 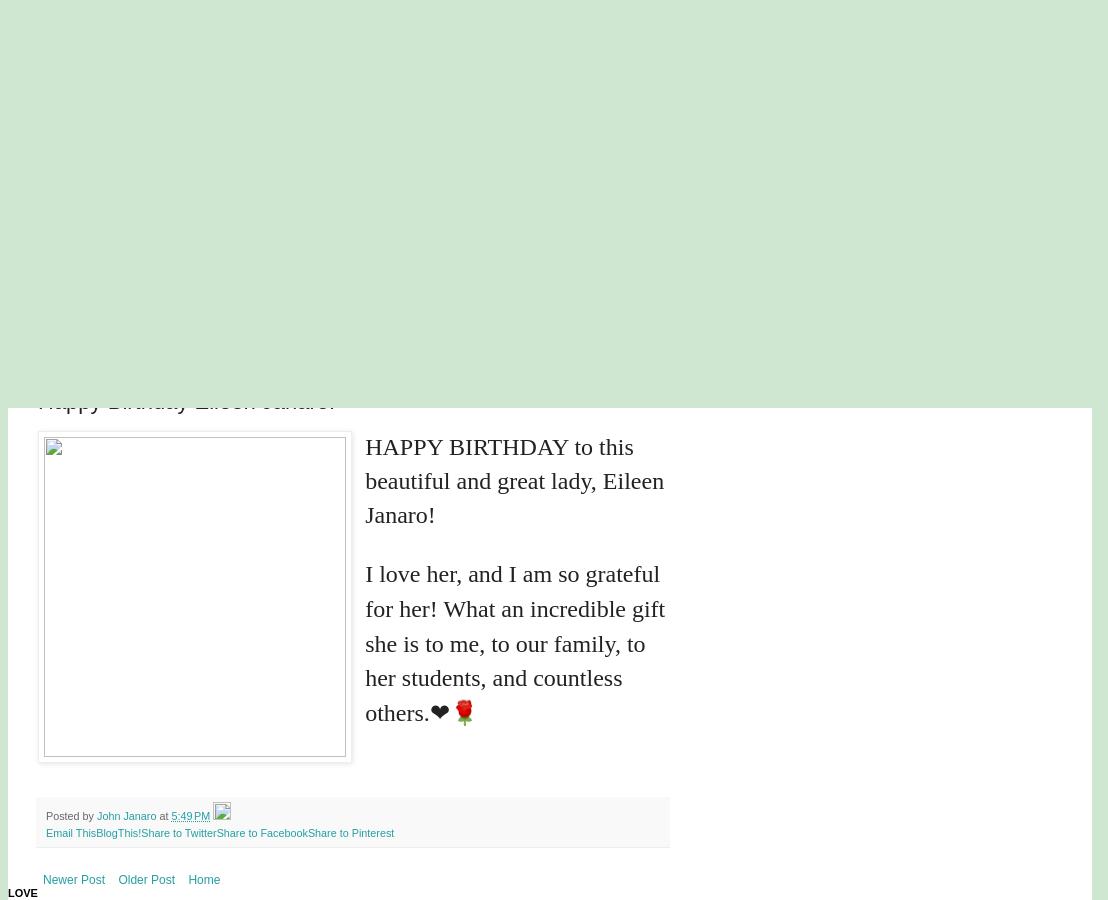 I want to click on 'Share to Facebook', so click(x=260, y=831).